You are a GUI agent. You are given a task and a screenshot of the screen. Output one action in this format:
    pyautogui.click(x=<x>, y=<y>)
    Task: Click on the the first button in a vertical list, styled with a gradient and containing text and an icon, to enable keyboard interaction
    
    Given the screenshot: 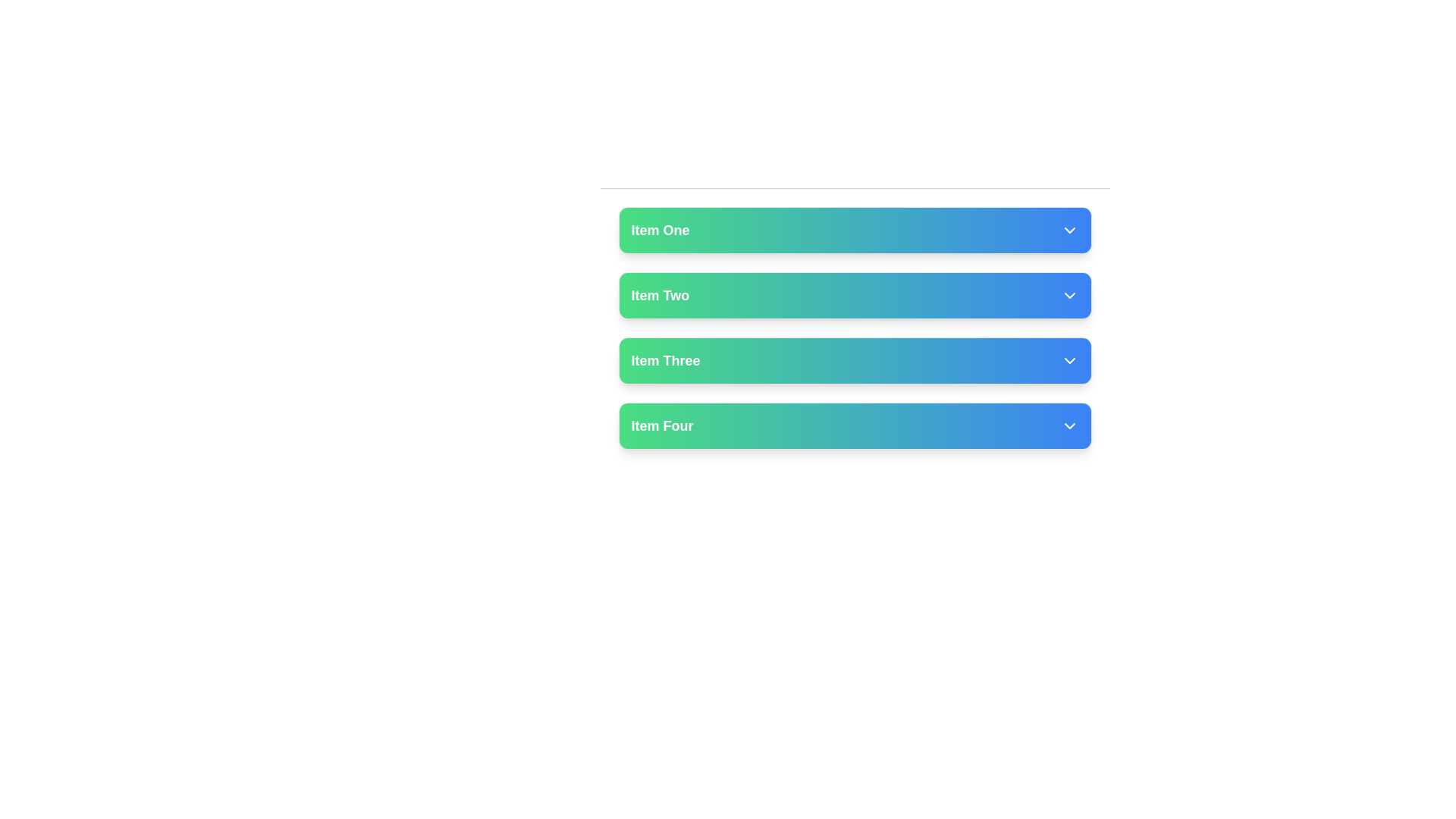 What is the action you would take?
    pyautogui.click(x=855, y=231)
    